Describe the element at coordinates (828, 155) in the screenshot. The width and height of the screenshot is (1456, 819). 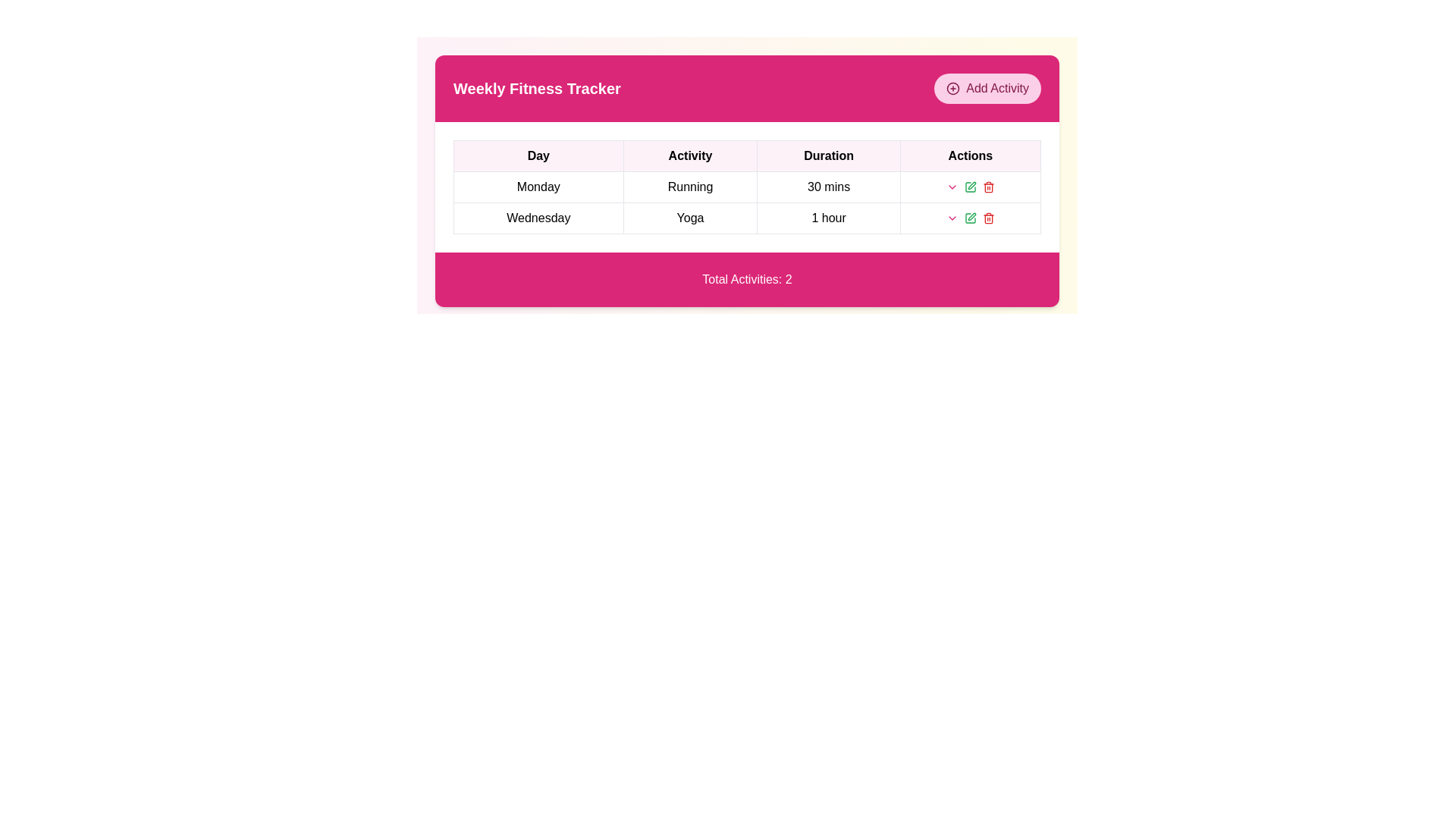
I see `the third column header of the table that indicates the duration of activities` at that location.